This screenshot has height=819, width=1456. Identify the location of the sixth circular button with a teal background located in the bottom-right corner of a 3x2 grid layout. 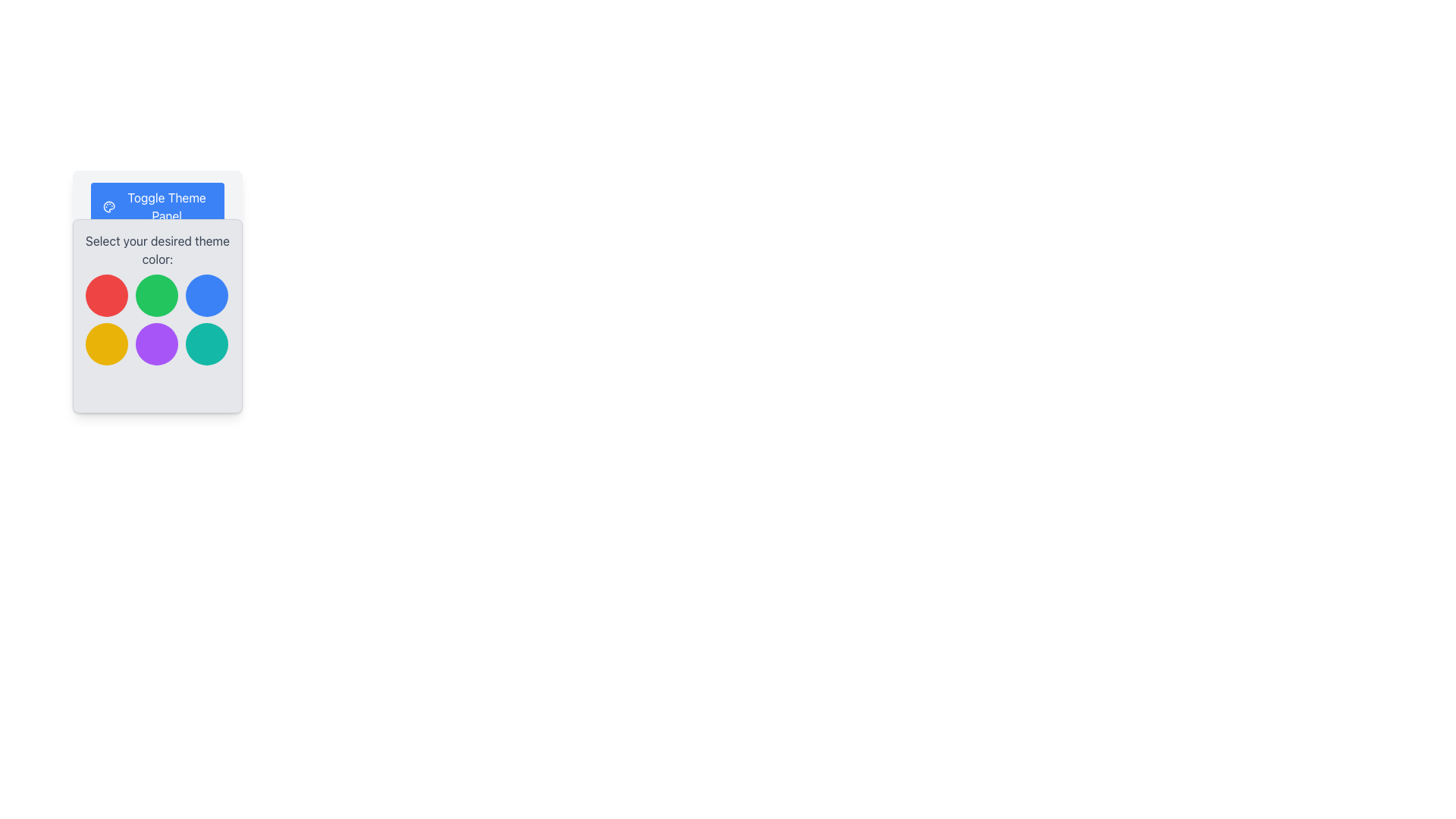
(206, 344).